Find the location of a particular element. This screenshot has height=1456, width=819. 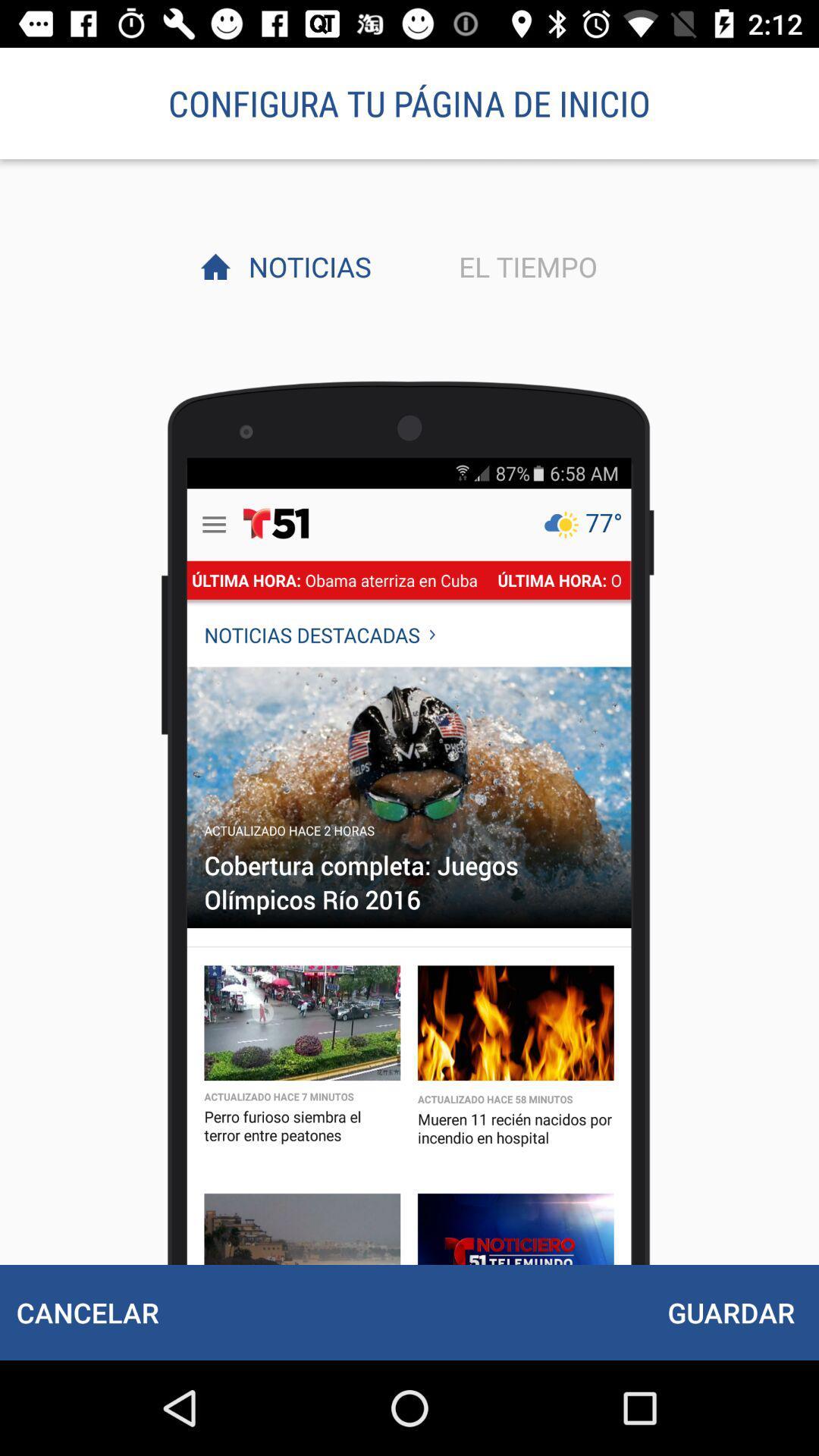

the icon to the right of the noticias item is located at coordinates (523, 266).